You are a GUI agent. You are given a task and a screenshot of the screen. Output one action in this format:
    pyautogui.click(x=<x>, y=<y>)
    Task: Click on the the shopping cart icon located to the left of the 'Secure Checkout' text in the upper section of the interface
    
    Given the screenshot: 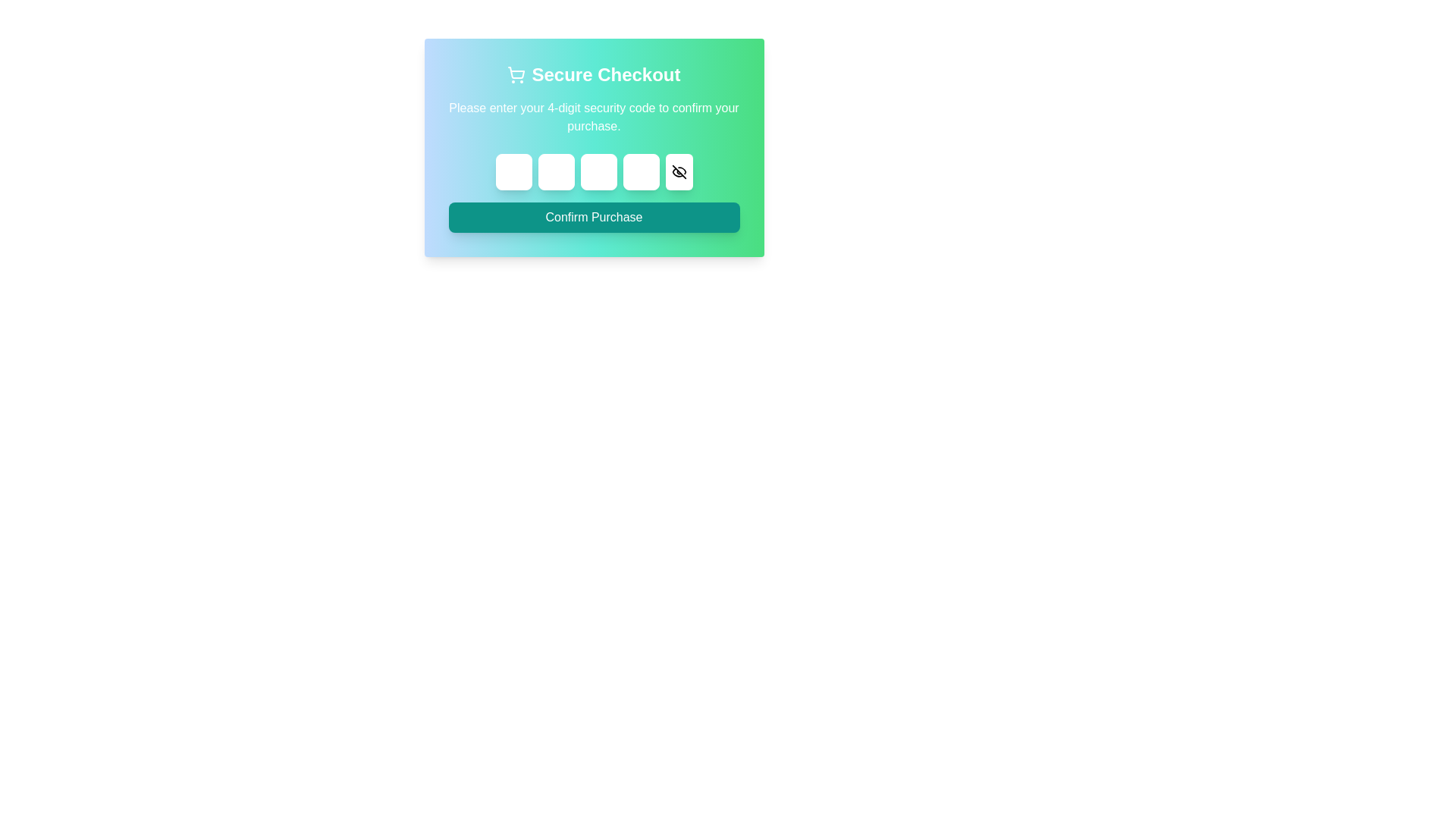 What is the action you would take?
    pyautogui.click(x=516, y=75)
    